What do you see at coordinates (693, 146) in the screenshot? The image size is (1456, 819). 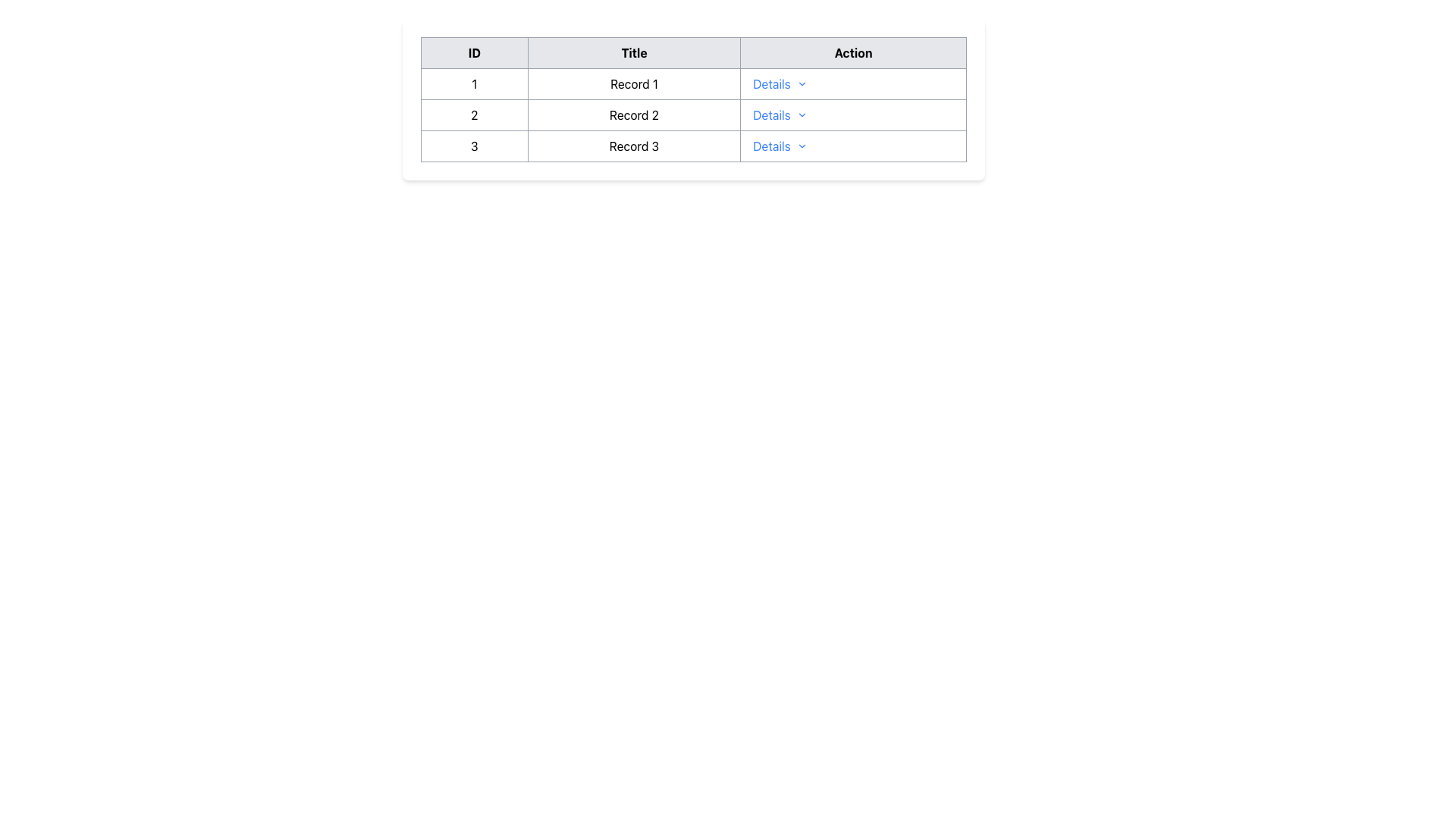 I see `the third row of the table, which contains an actionable link for a specific record, to trigger hover effects` at bounding box center [693, 146].